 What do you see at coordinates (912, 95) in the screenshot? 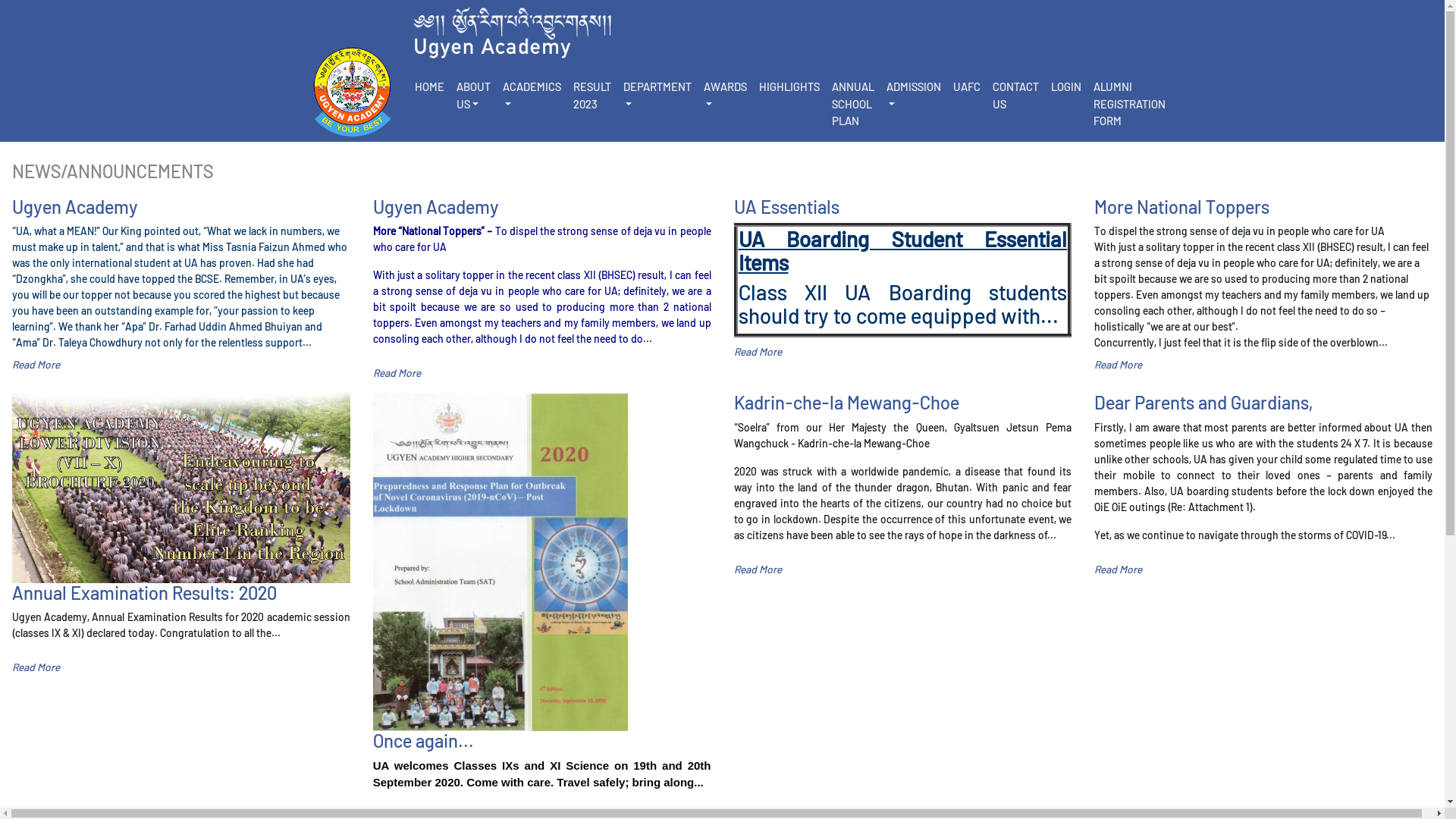
I see `'ADMISSION'` at bounding box center [912, 95].